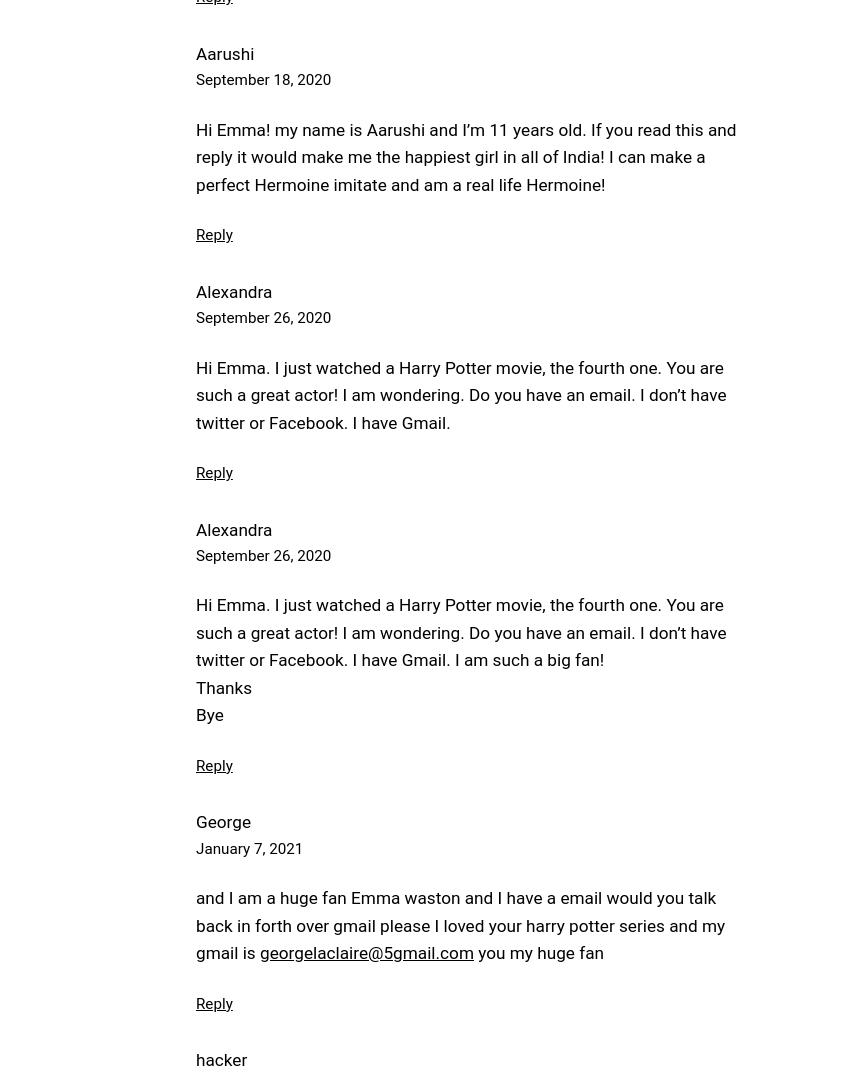 This screenshot has height=1074, width=850. I want to click on 'Bye', so click(195, 714).